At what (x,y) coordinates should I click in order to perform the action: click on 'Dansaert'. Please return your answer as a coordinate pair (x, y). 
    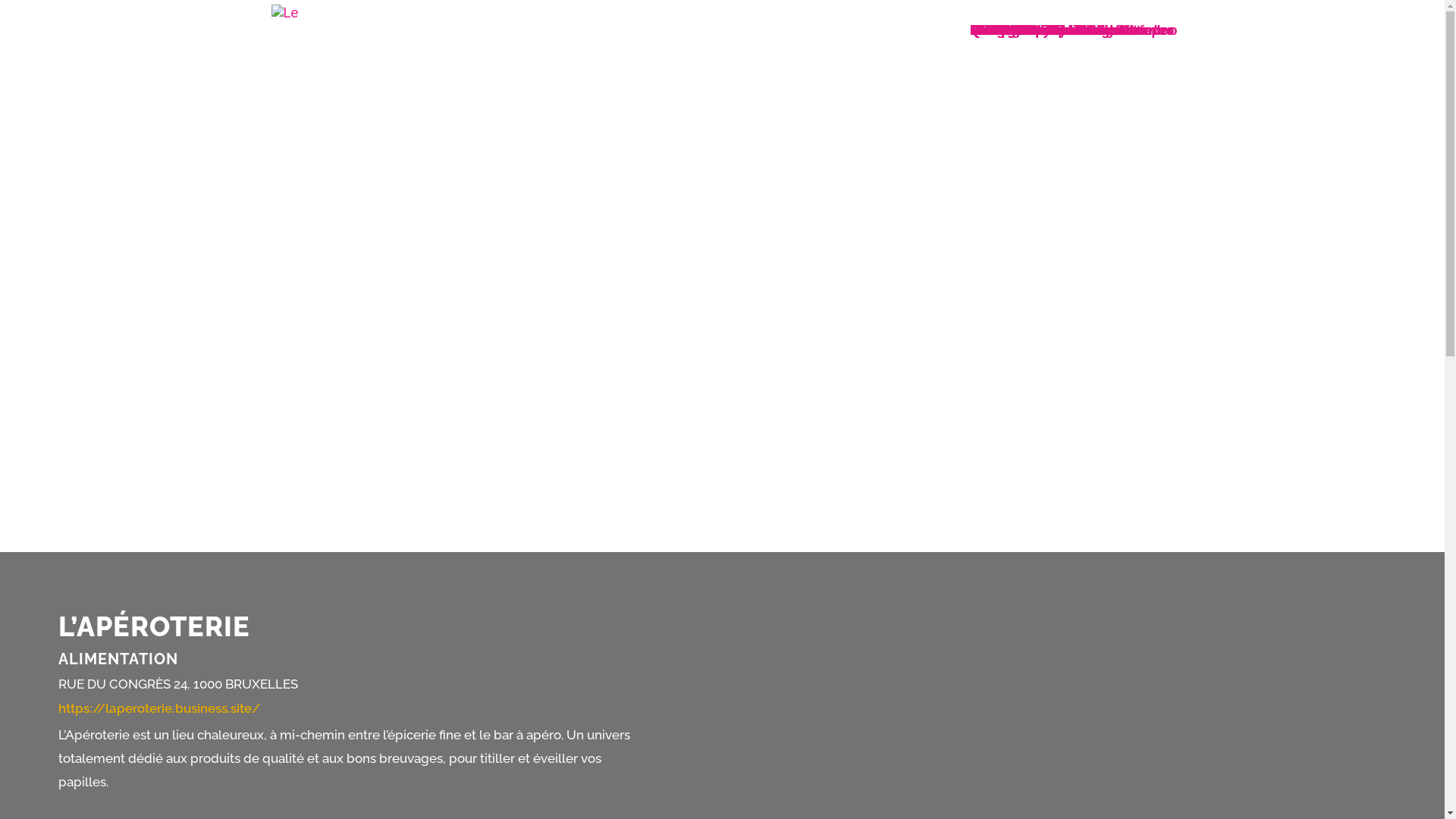
    Looking at the image, I should click on (968, 30).